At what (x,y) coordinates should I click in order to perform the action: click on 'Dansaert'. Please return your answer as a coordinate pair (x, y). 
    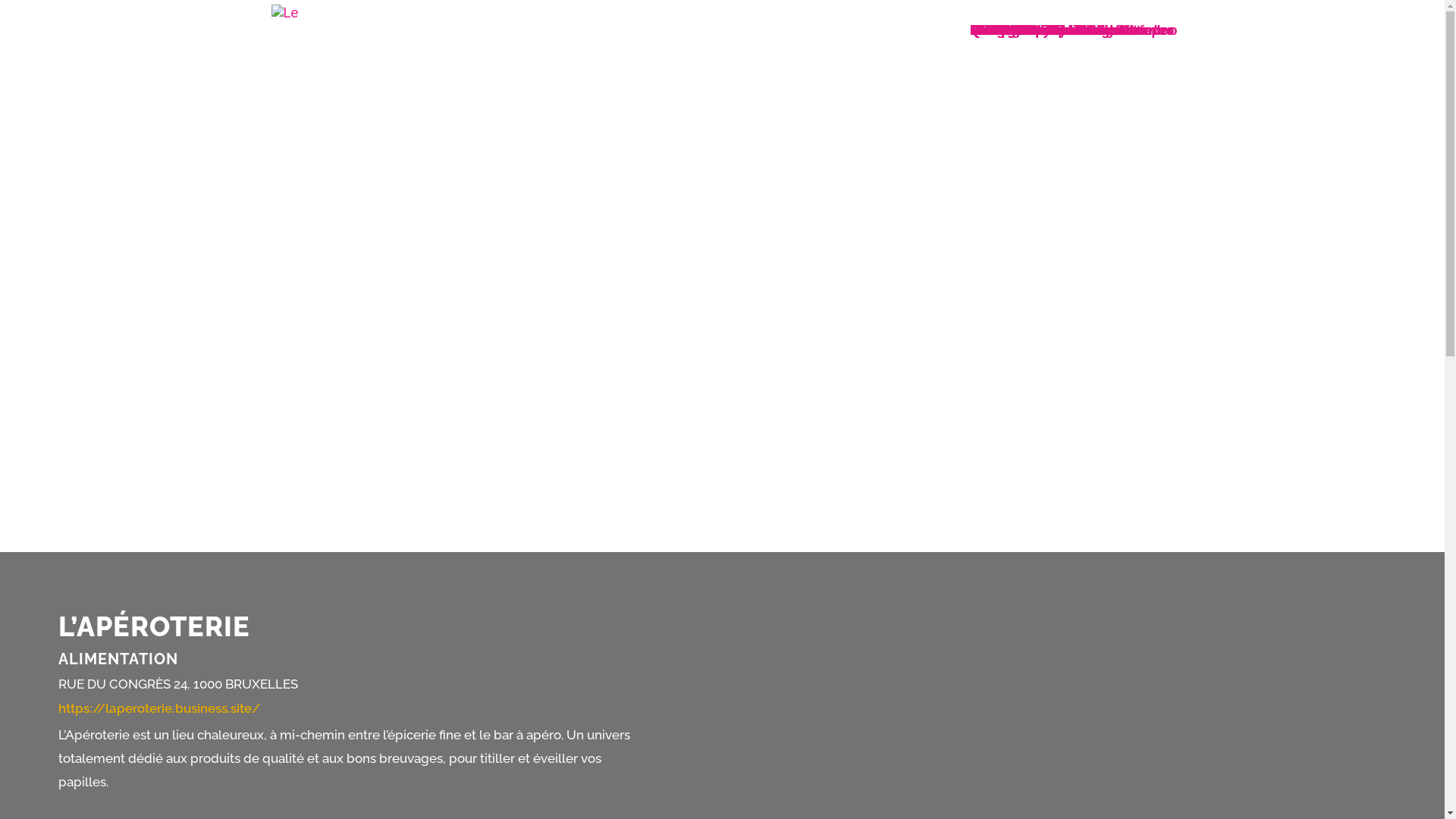
    Looking at the image, I should click on (968, 30).